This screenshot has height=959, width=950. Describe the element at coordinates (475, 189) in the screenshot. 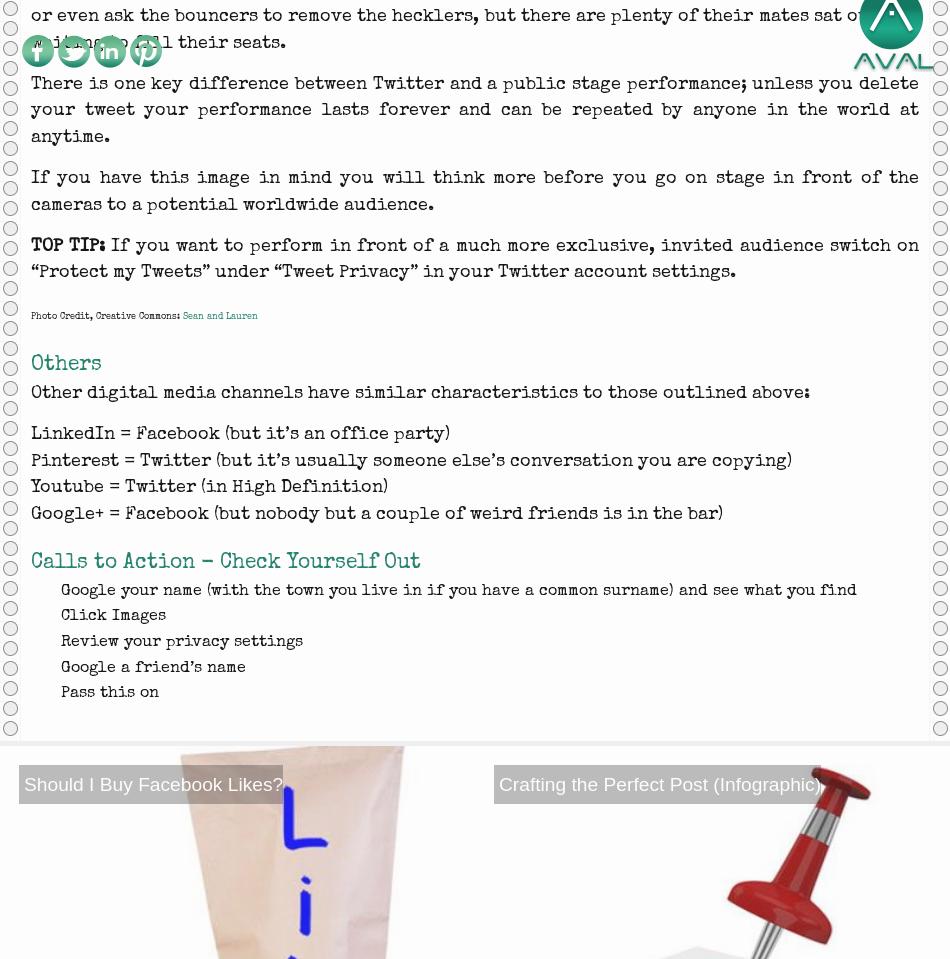

I see `'If you have this image in mind you will think more before you go on stage in front of the cameras to a potential worldwide audience.'` at that location.